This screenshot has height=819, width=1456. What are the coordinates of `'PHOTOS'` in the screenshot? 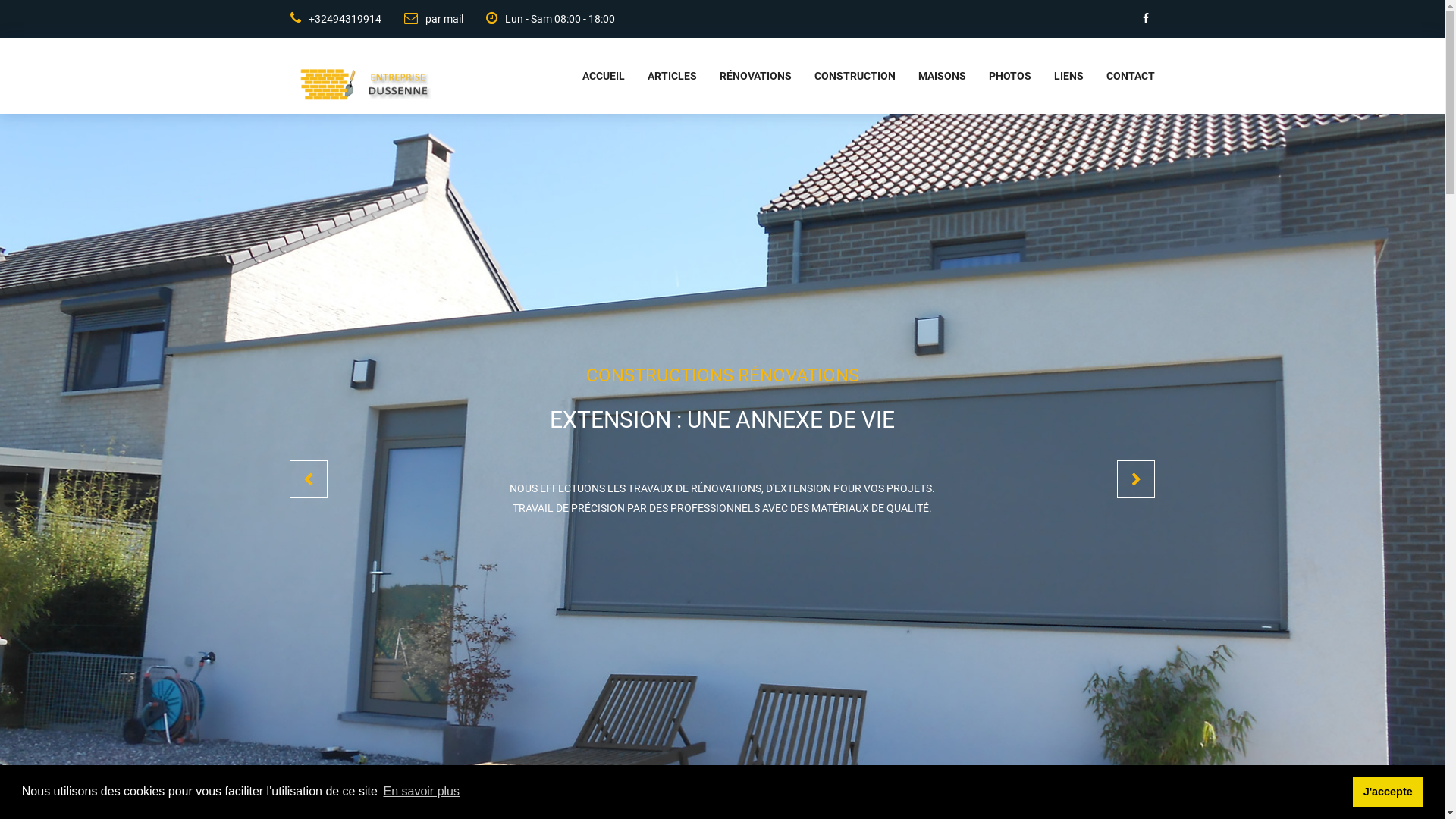 It's located at (998, 76).